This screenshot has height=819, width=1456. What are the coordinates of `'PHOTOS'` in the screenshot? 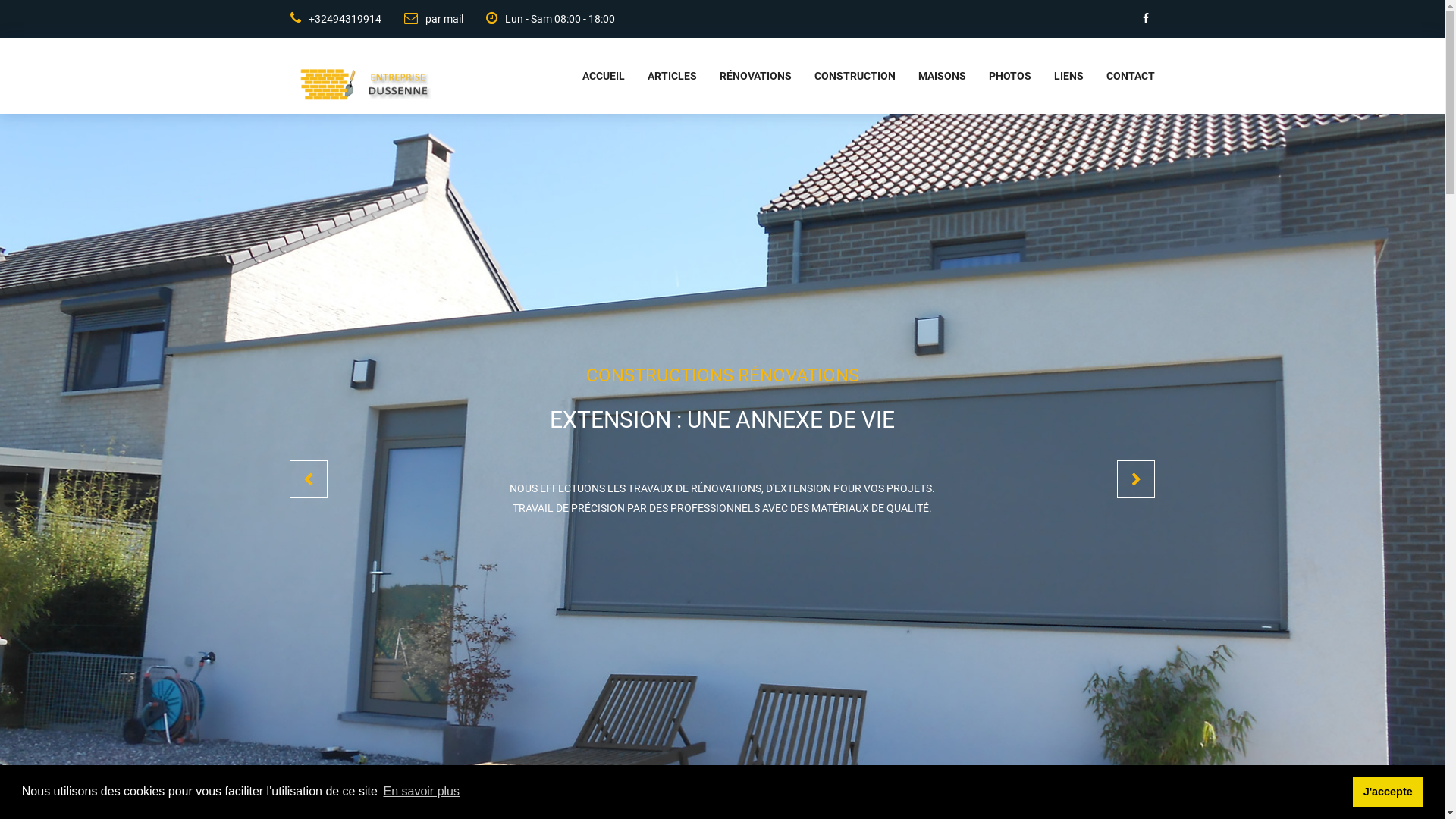 It's located at (998, 76).